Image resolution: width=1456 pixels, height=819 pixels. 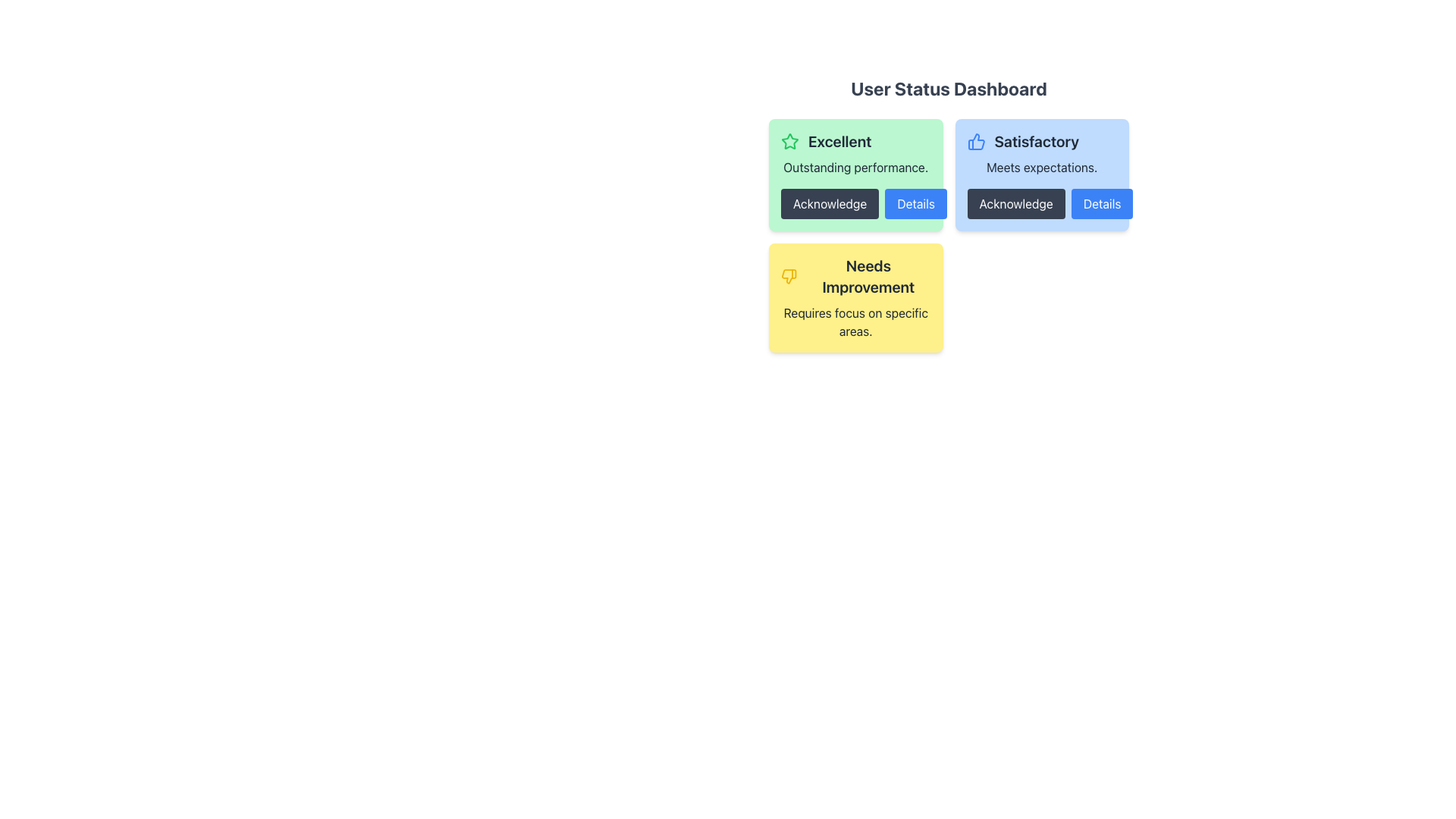 I want to click on the star icon located in the green-highlighted box labeled 'Excellent' in the top-left quadrant of the interface, so click(x=789, y=141).